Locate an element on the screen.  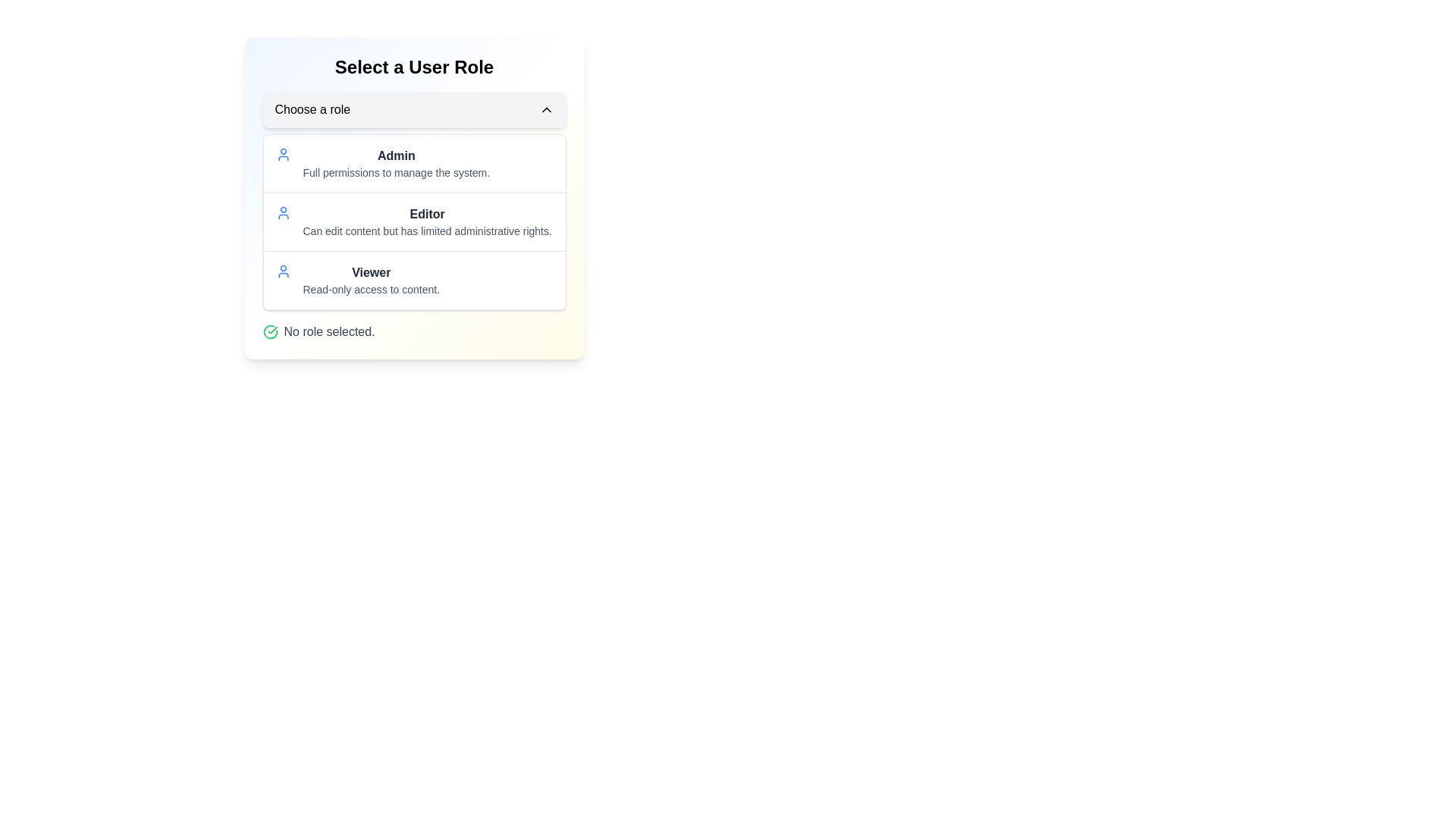
the user role selection interface located in the 'Select a User Role' section, which presents the roles 'Admin,' 'Editor,' and 'Viewer.' is located at coordinates (414, 222).